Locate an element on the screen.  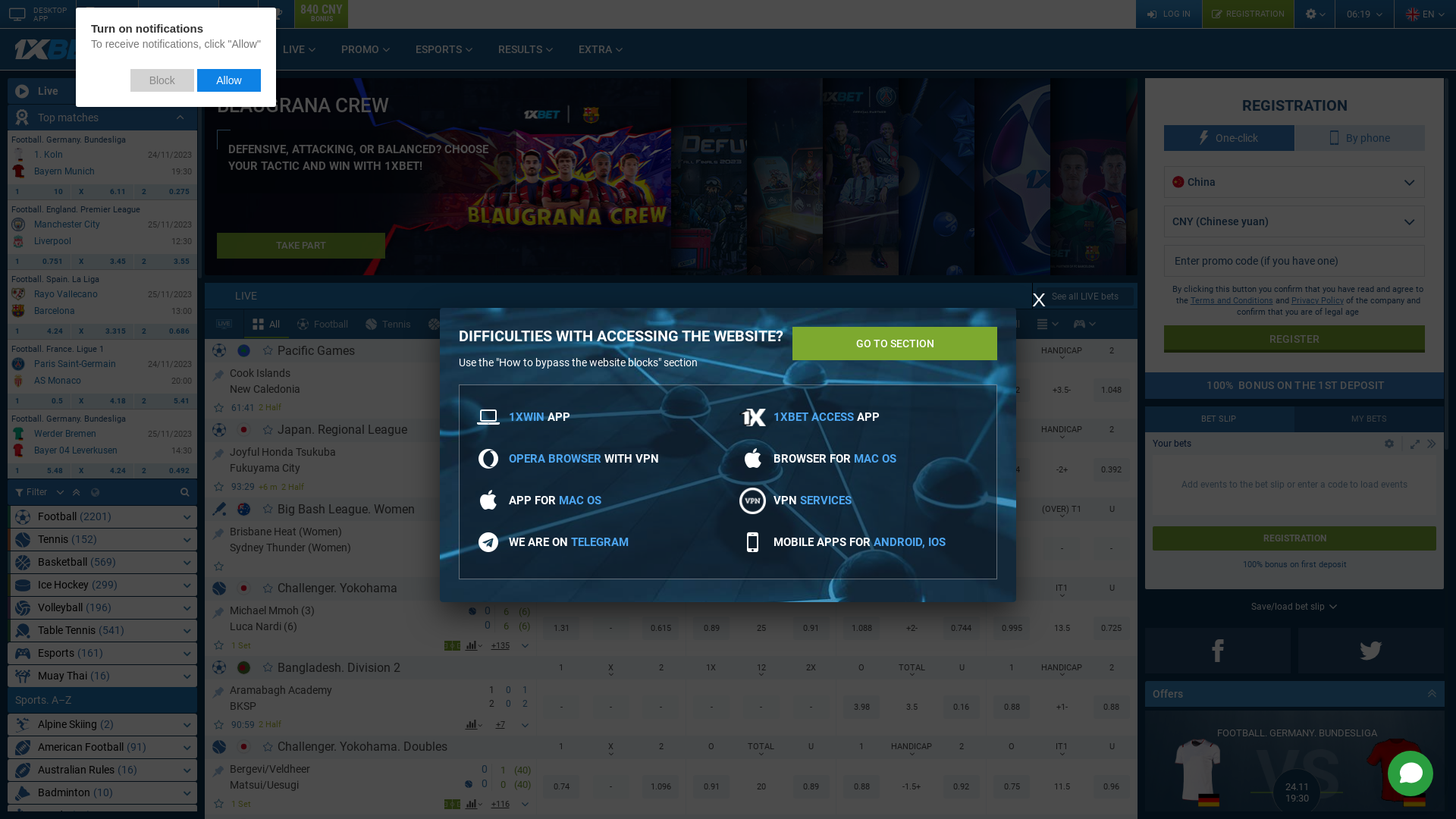
'2 is located at coordinates (165, 330).